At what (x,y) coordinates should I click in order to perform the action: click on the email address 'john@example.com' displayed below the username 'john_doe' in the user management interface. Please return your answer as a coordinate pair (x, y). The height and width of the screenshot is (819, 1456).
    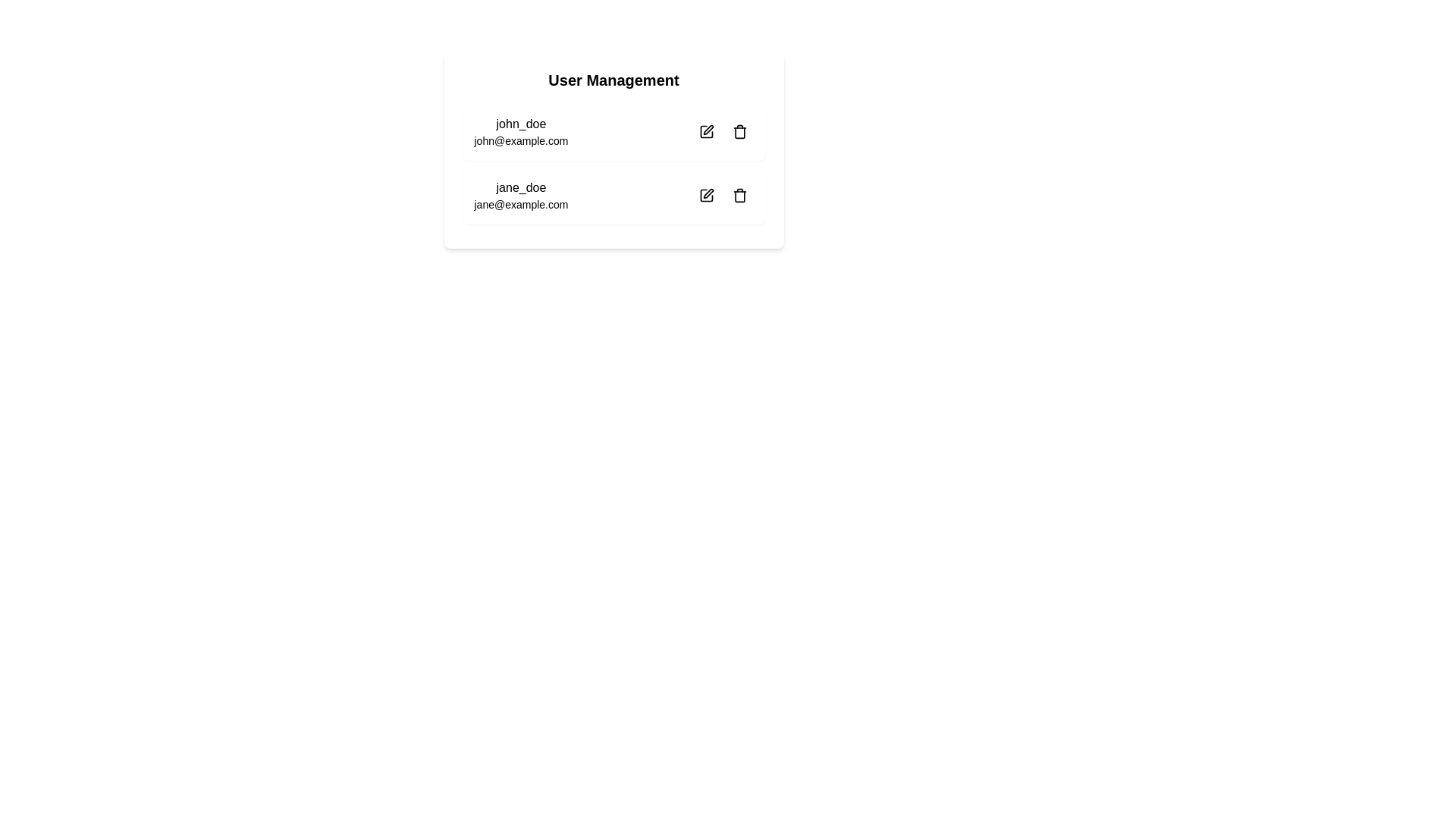
    Looking at the image, I should click on (521, 140).